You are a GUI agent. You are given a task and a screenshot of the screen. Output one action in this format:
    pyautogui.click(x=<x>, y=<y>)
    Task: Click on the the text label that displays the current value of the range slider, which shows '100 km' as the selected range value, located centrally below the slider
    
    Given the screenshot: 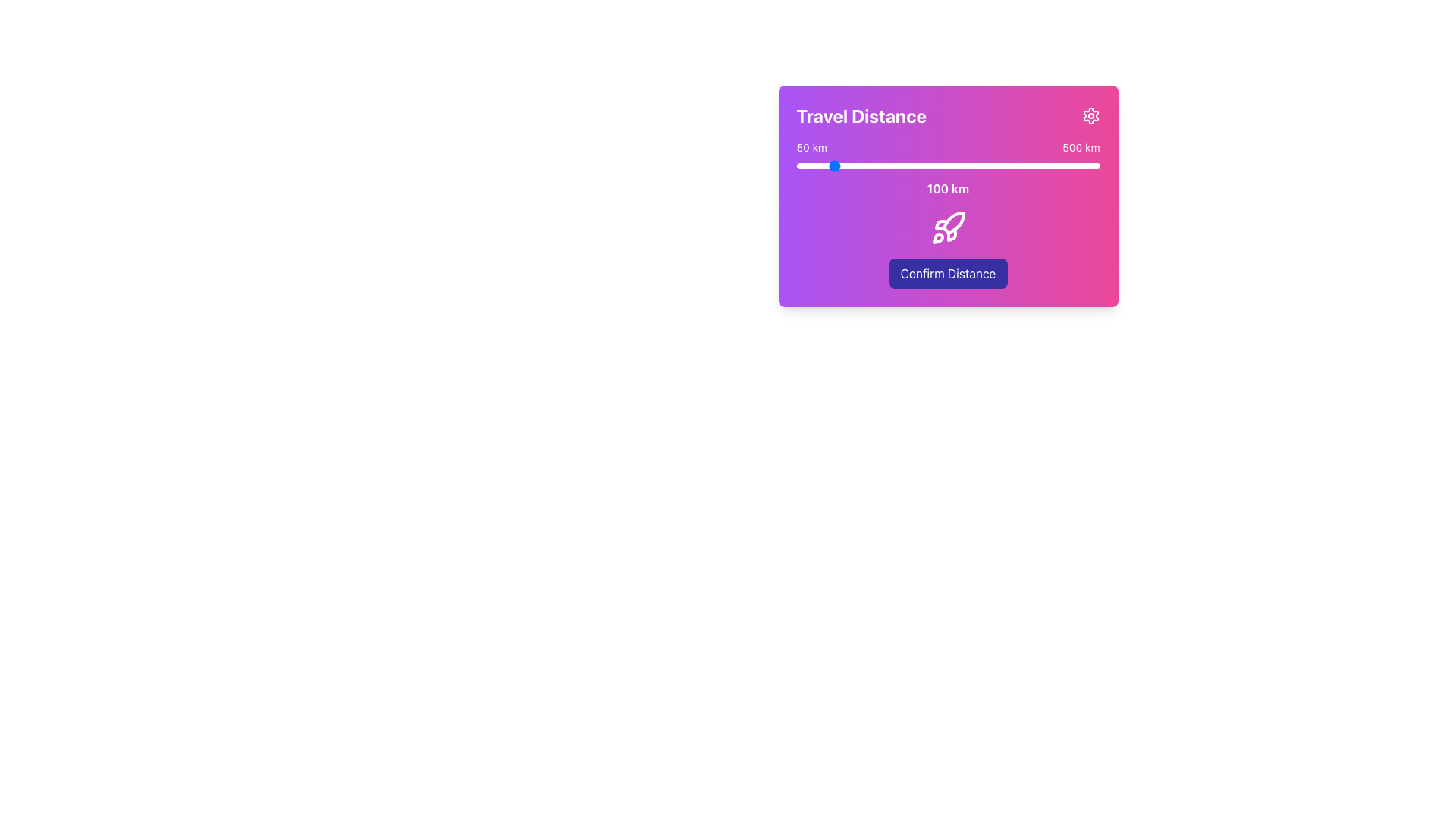 What is the action you would take?
    pyautogui.click(x=947, y=188)
    